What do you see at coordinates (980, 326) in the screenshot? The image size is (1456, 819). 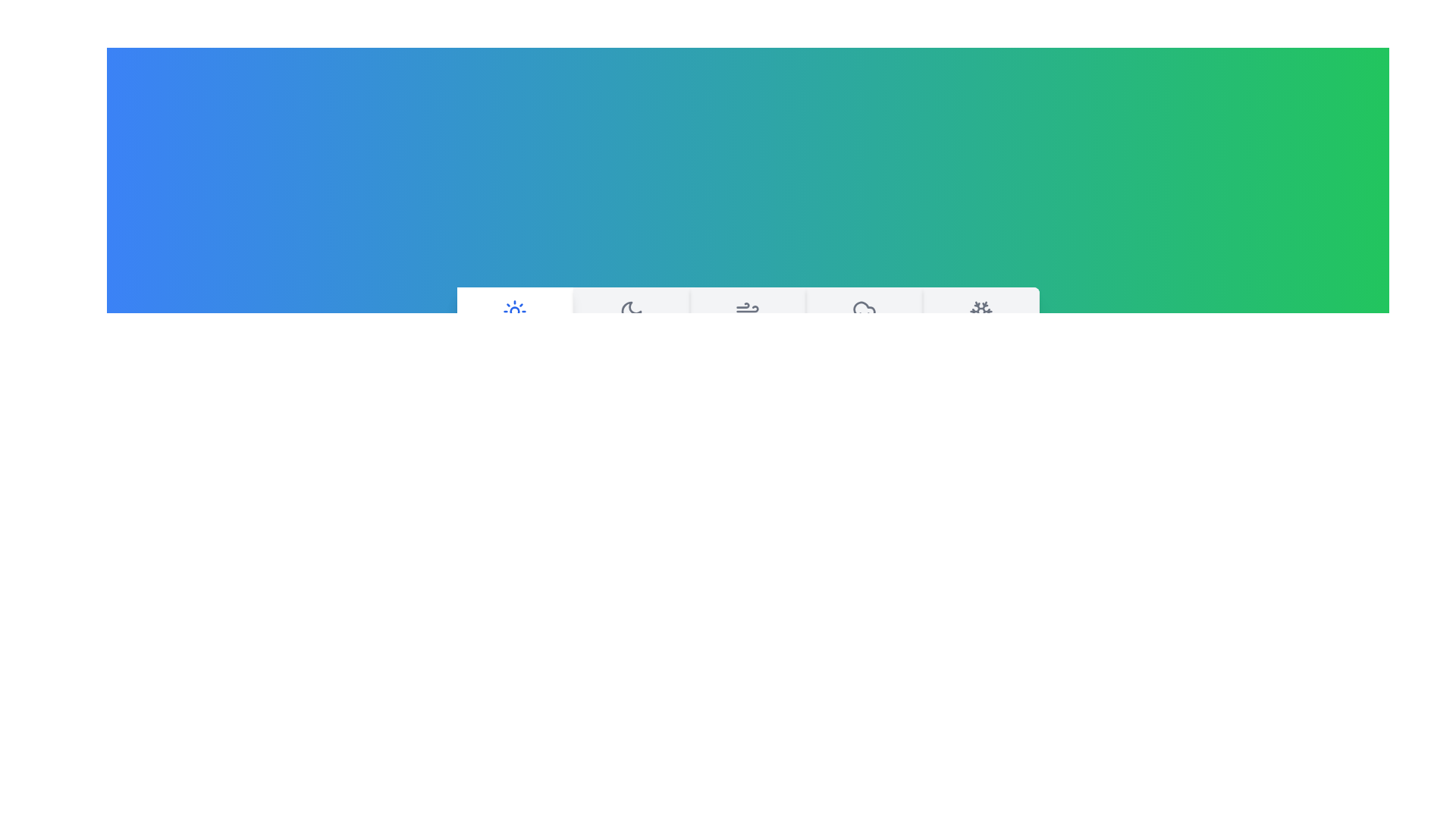 I see `the tab corresponding to Snowy and read its description` at bounding box center [980, 326].